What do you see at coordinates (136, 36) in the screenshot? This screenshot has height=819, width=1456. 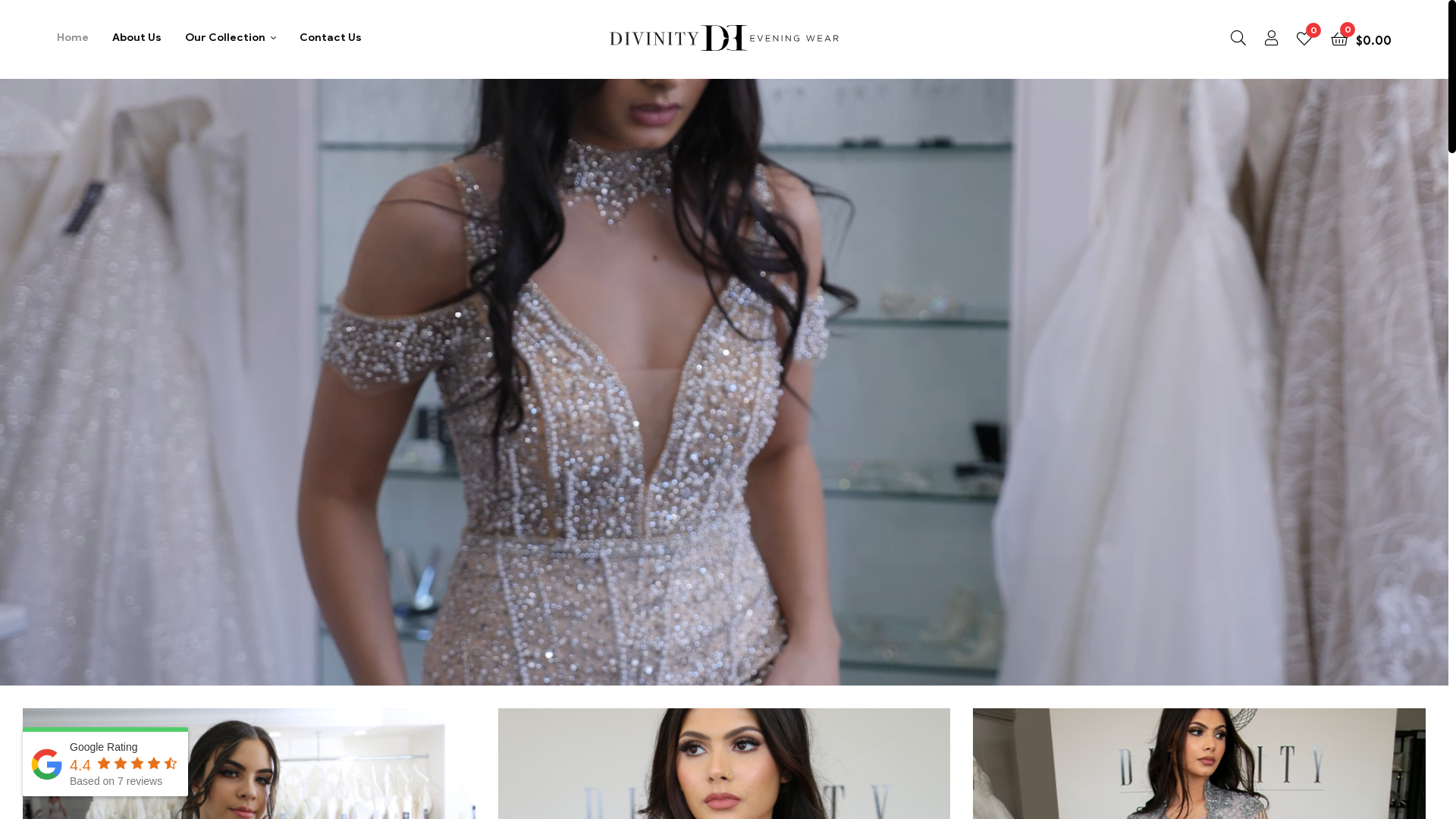 I see `'About Us'` at bounding box center [136, 36].